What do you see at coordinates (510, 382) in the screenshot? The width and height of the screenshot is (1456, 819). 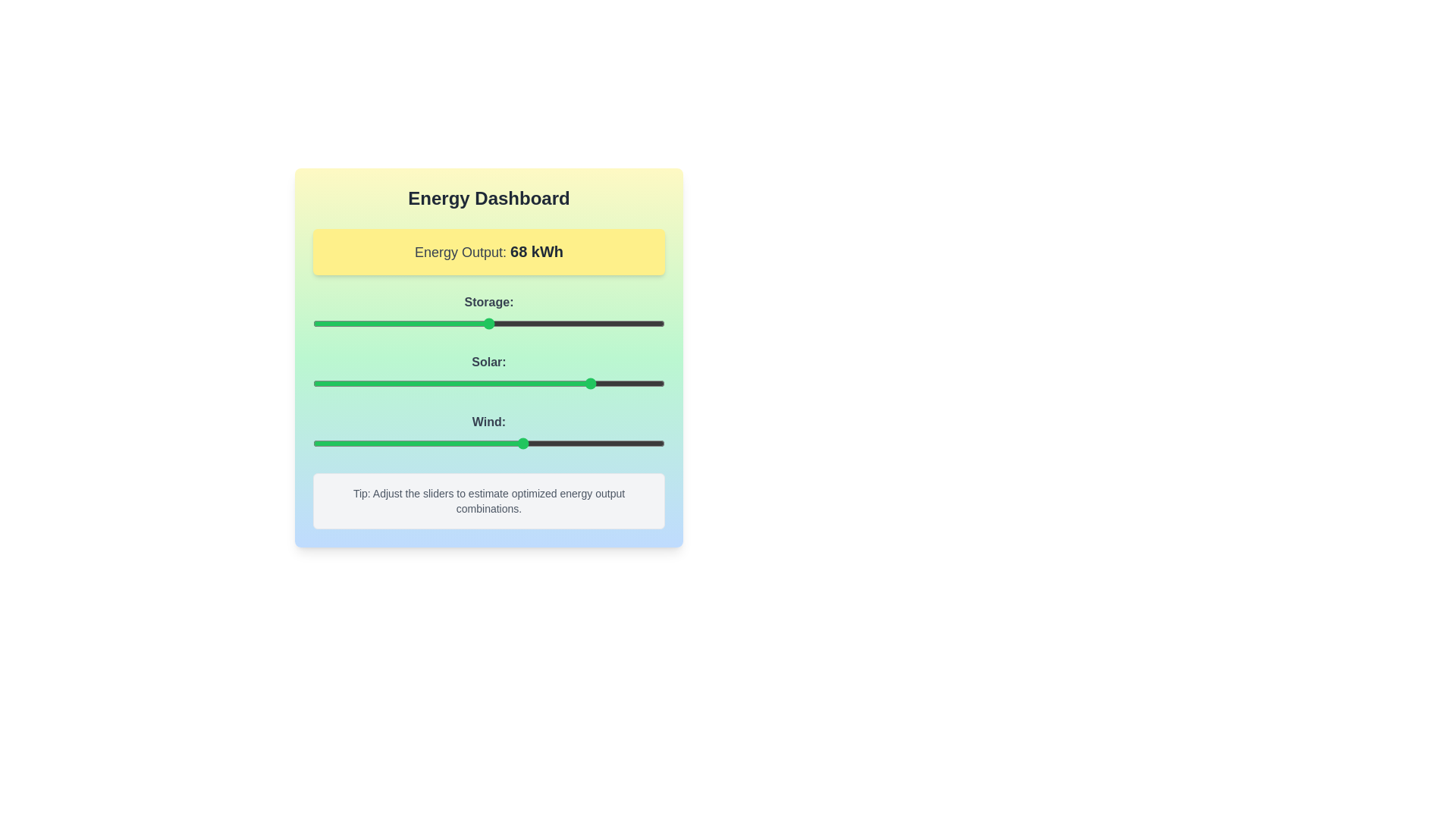 I see `the 'Solar' slider to 56%` at bounding box center [510, 382].